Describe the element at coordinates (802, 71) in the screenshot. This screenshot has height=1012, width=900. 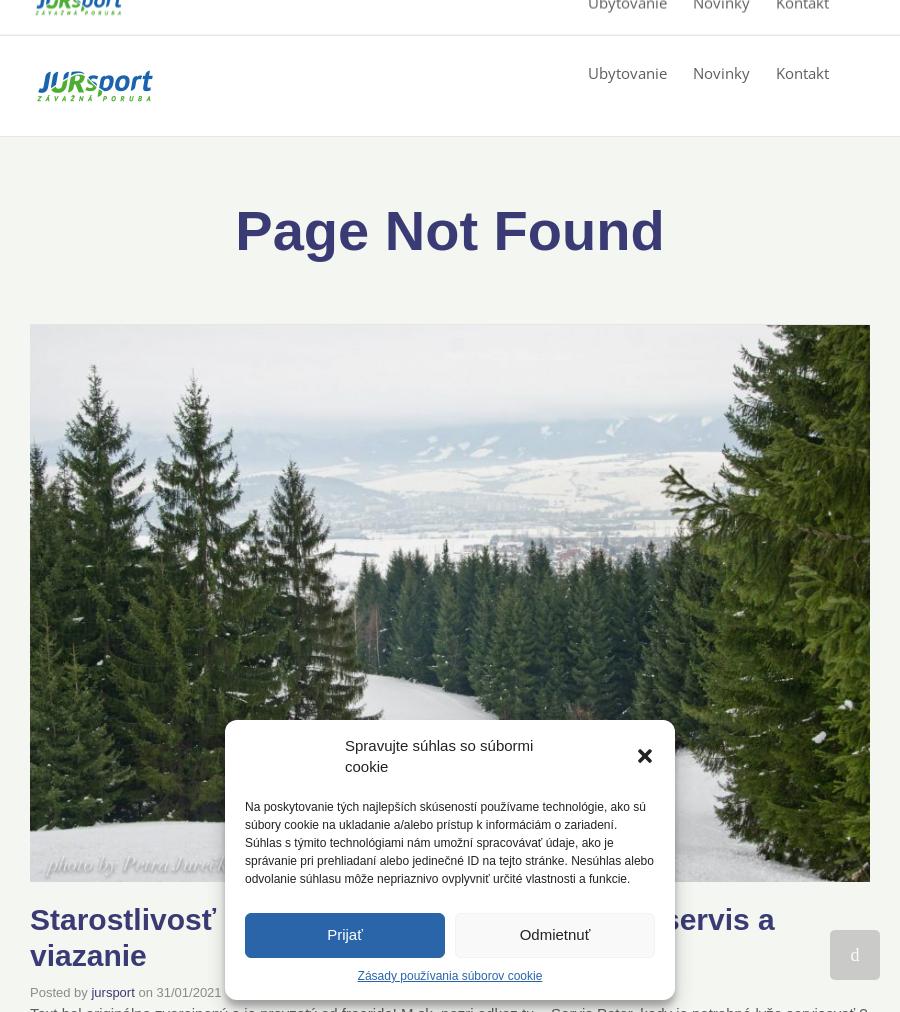
I see `'Kontakt'` at that location.